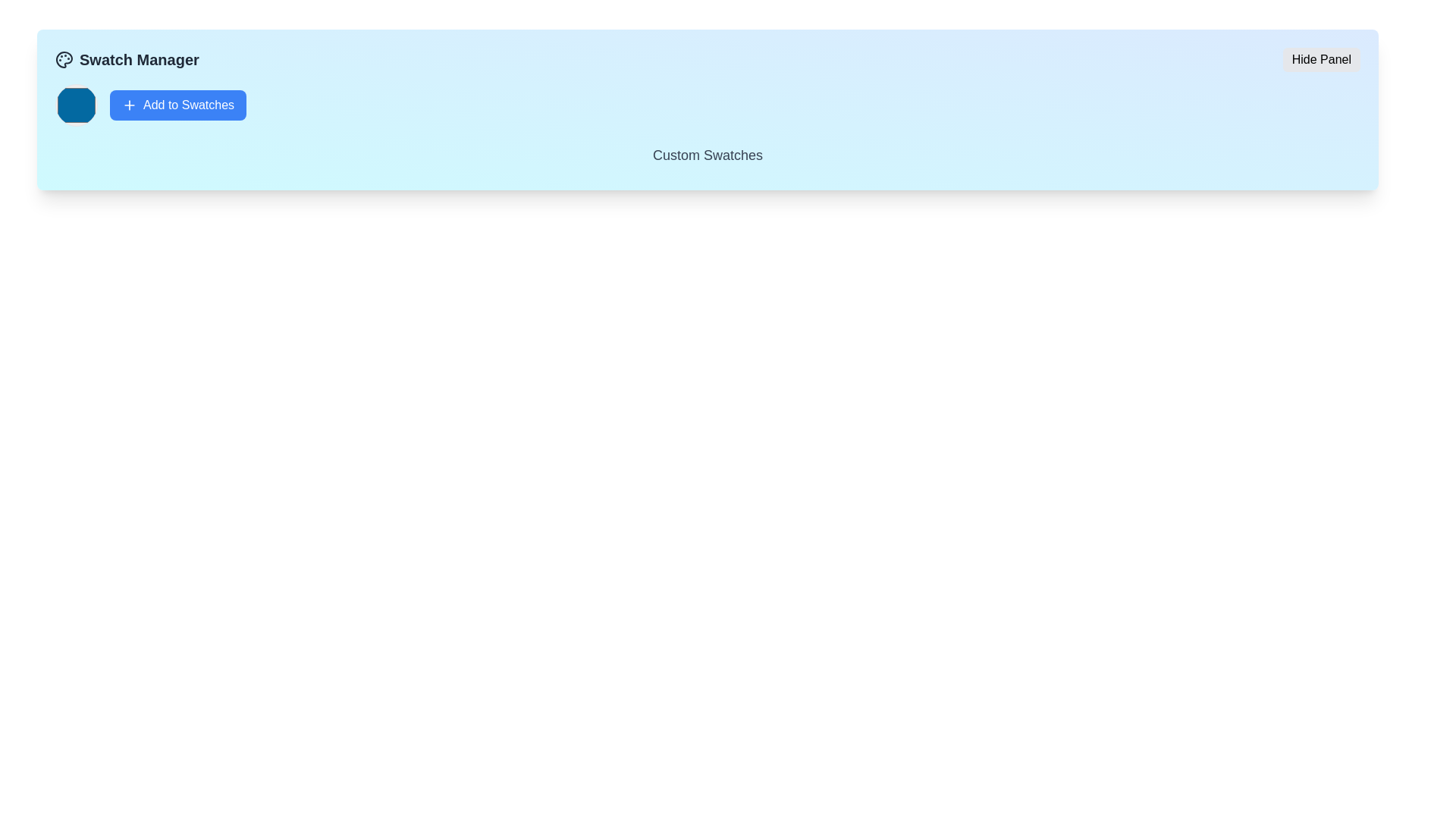  What do you see at coordinates (707, 155) in the screenshot?
I see `the text label displaying 'Custom Swatches', which is centered horizontally below the 'Add to Swatches' button and has a bold gray font on a light blue background` at bounding box center [707, 155].